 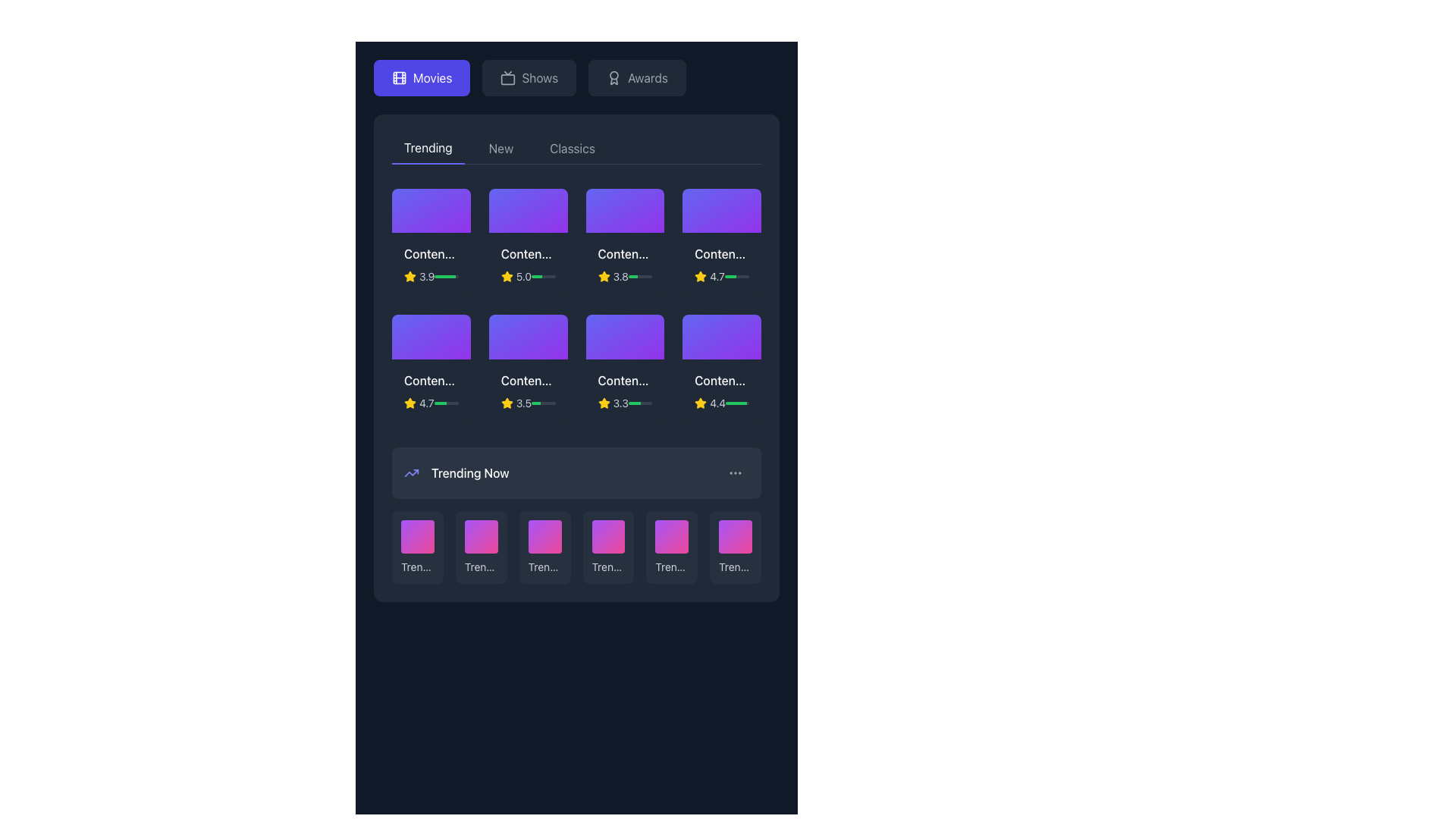 What do you see at coordinates (528, 277) in the screenshot?
I see `rating value displayed in the Rating component located in the upper row of the Trending section, second from the left below the title 'Content Title 2'` at bounding box center [528, 277].